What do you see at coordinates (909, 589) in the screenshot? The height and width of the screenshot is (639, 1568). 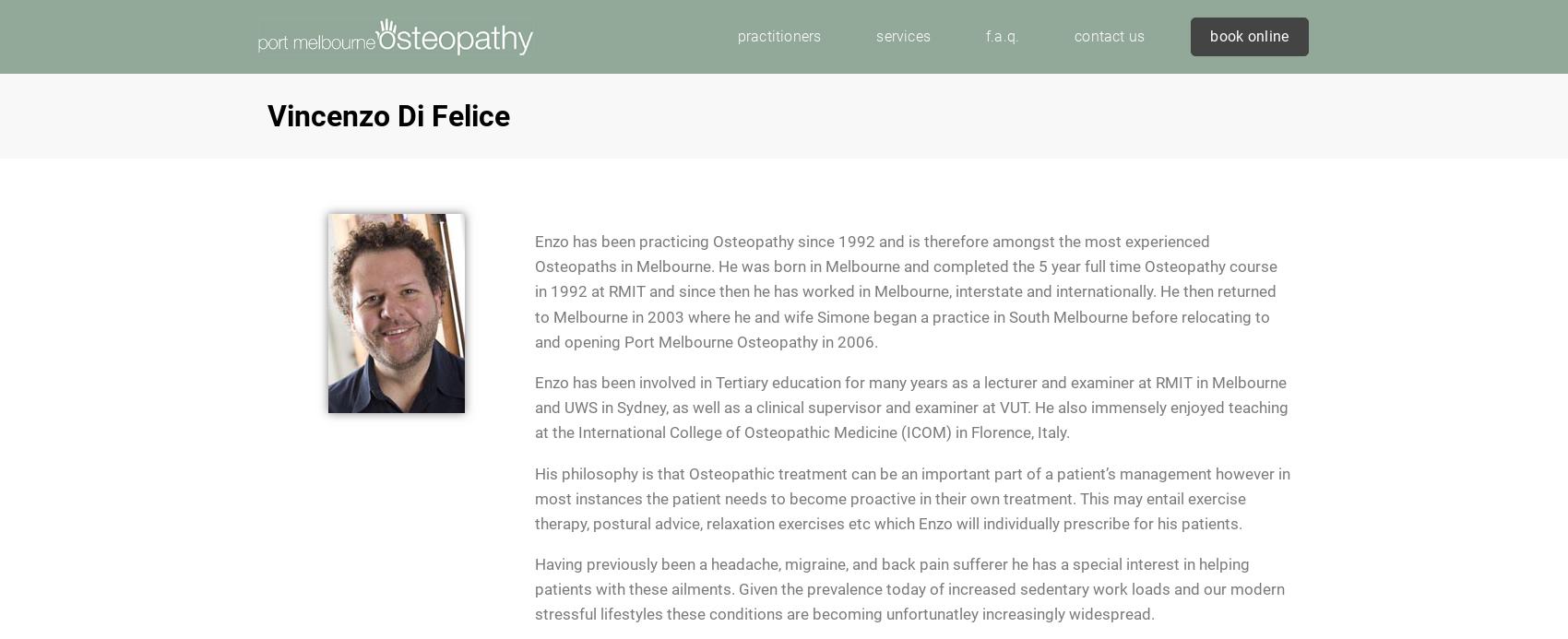 I see `'Having previously been a headache, migraine, and back pain sufferer he has a special interest in helping patients with these ailments. Given the prevalence today of increased sedentary work loads and our modern stressful lifestyles these conditions are becoming unfortunatley increasingly widespread.'` at bounding box center [909, 589].